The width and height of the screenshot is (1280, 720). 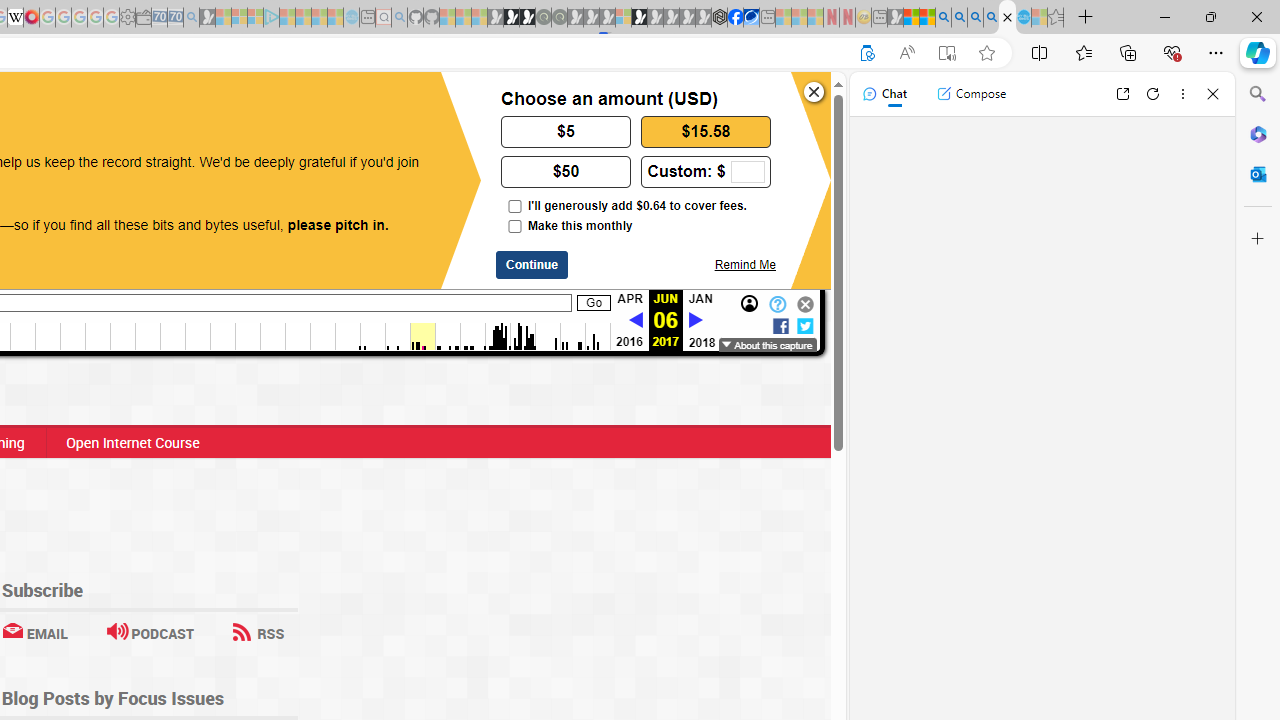 What do you see at coordinates (746, 171) in the screenshot?
I see `'AutomationID: custom-amount-input'` at bounding box center [746, 171].